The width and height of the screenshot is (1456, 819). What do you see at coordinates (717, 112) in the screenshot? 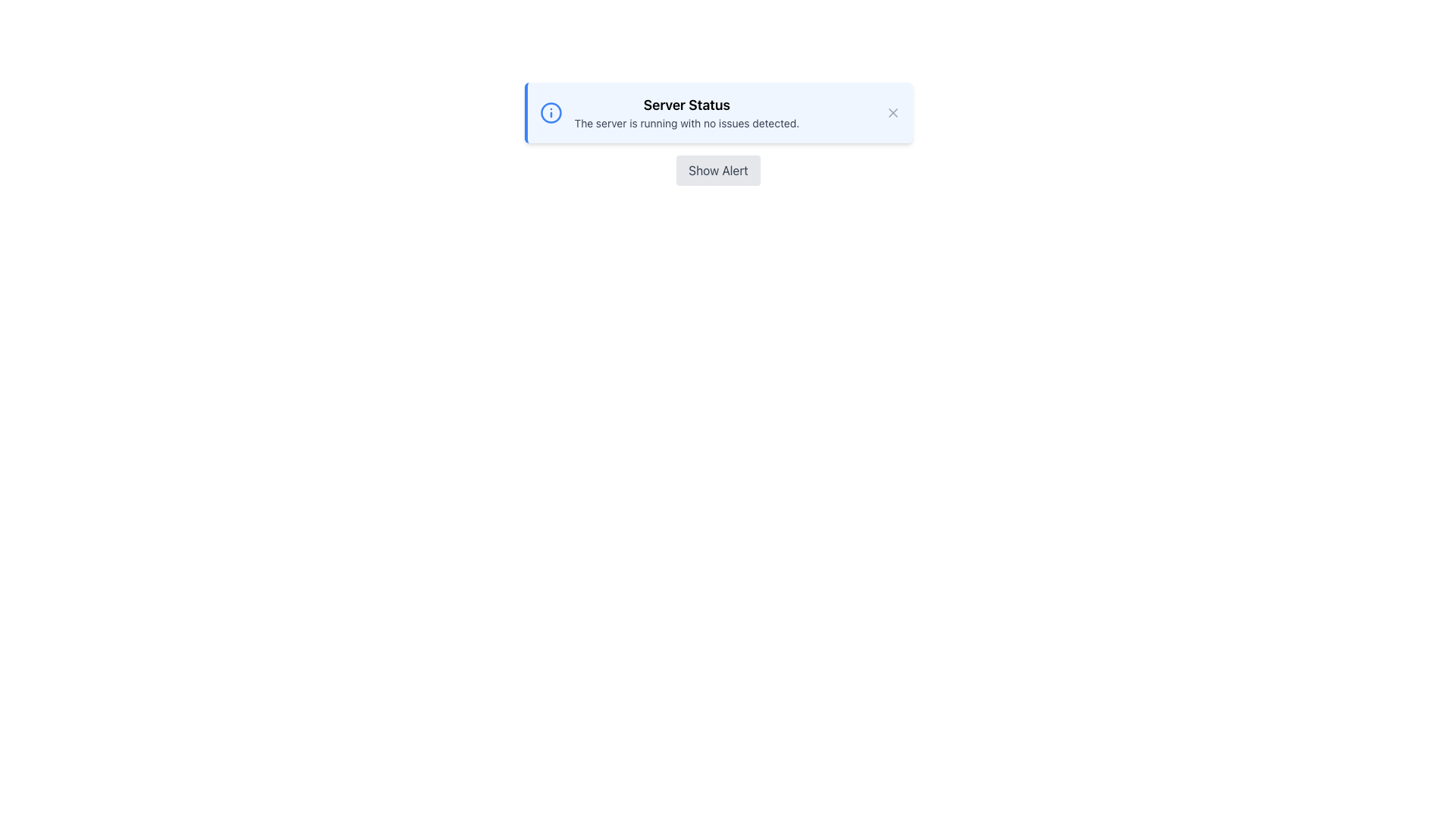
I see `the Notification banner to interact with its contained elements` at bounding box center [717, 112].